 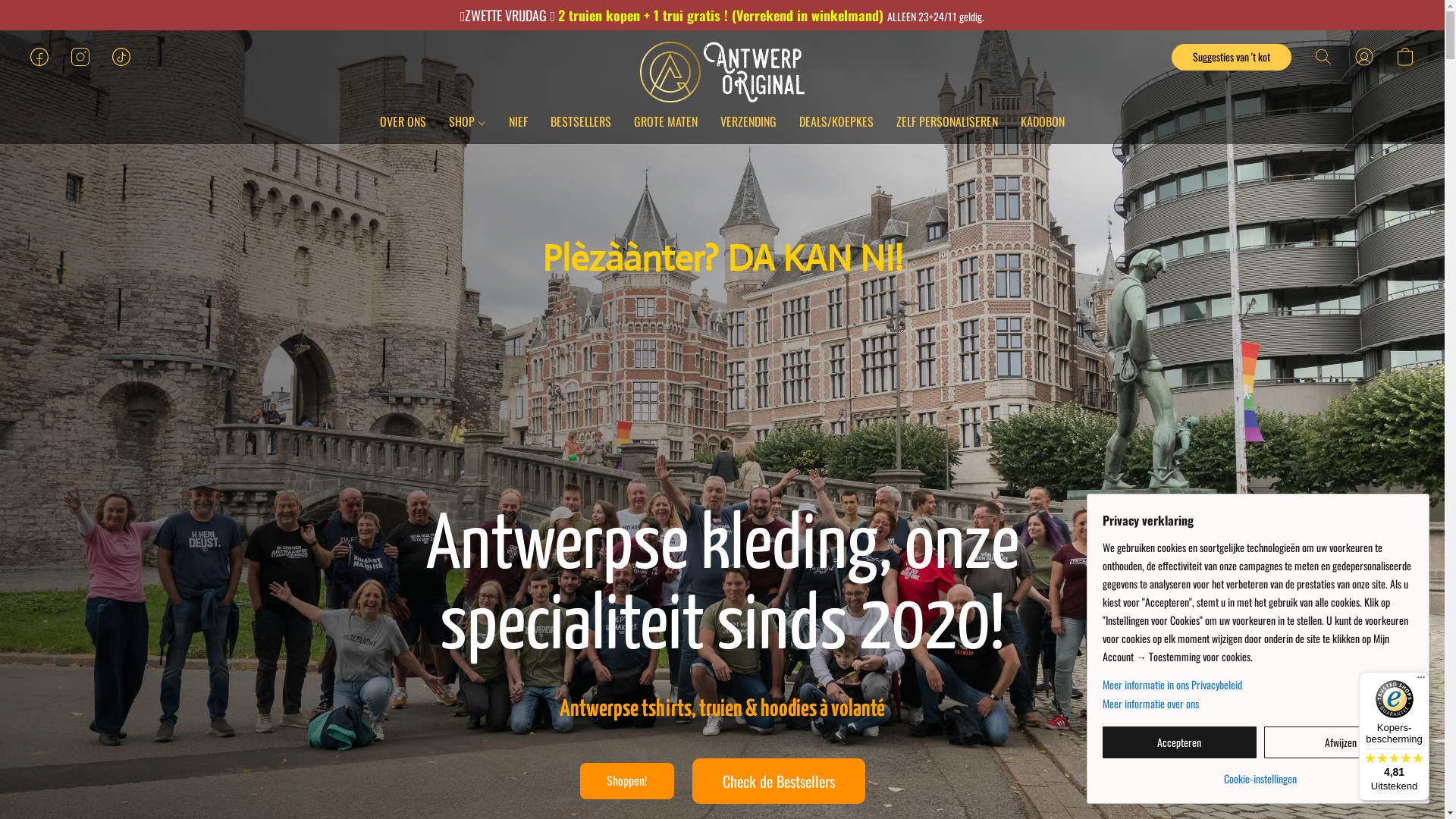 What do you see at coordinates (497, 120) in the screenshot?
I see `'NIEF'` at bounding box center [497, 120].